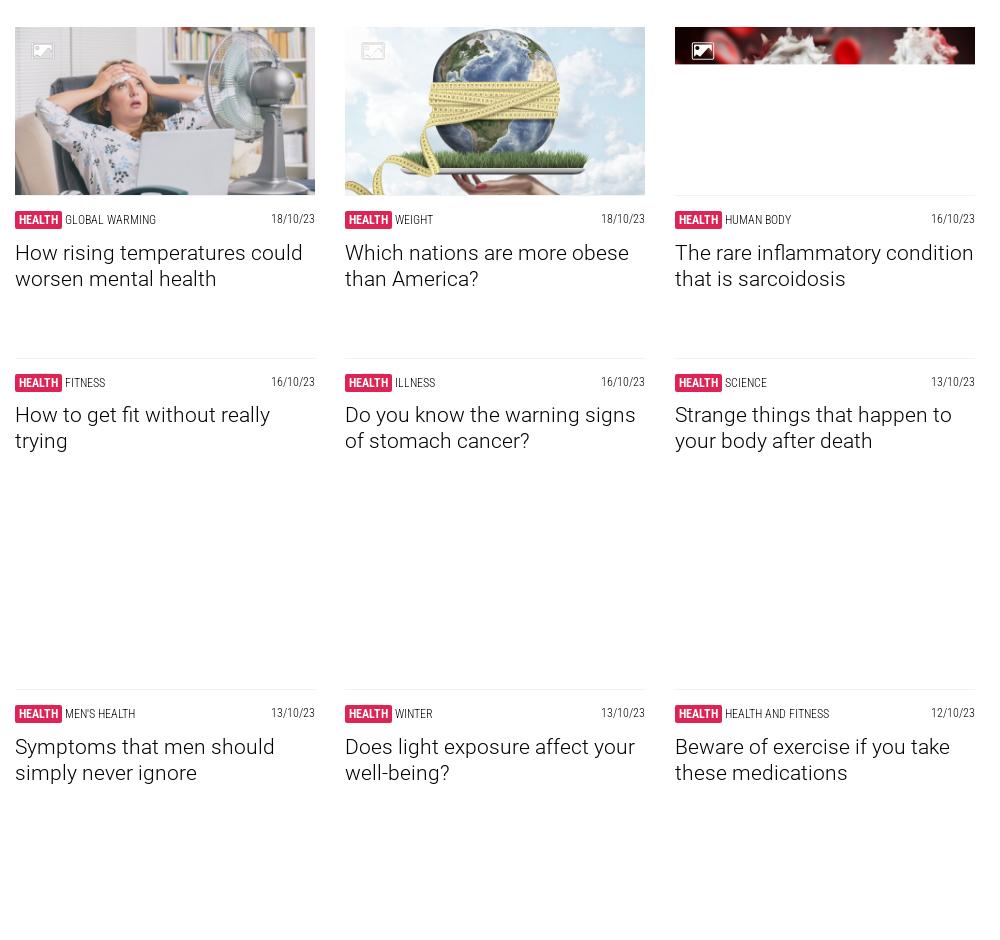 Image resolution: width=1000 pixels, height=940 pixels. Describe the element at coordinates (486, 264) in the screenshot. I see `'Which nations are more obese than America?'` at that location.